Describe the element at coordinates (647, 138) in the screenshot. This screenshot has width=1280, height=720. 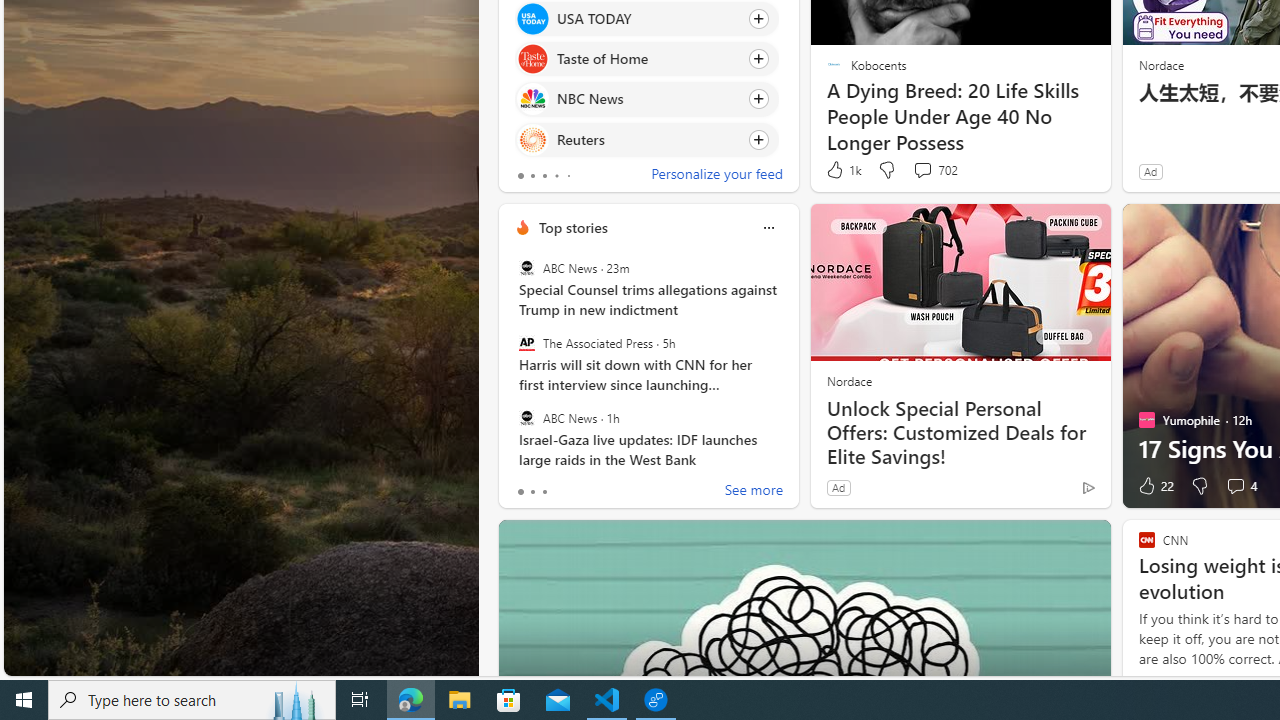
I see `'Click to follow source Reuters'` at that location.